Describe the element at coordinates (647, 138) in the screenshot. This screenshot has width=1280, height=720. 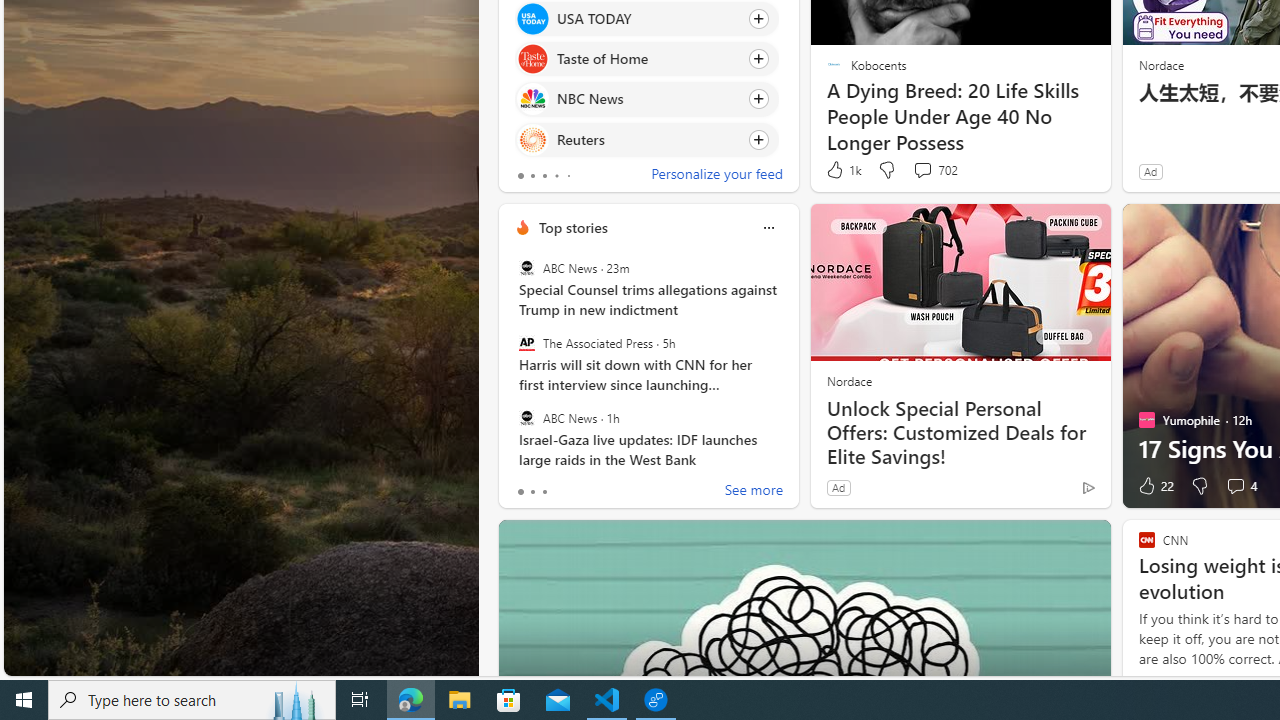
I see `'Click to follow source Reuters'` at that location.